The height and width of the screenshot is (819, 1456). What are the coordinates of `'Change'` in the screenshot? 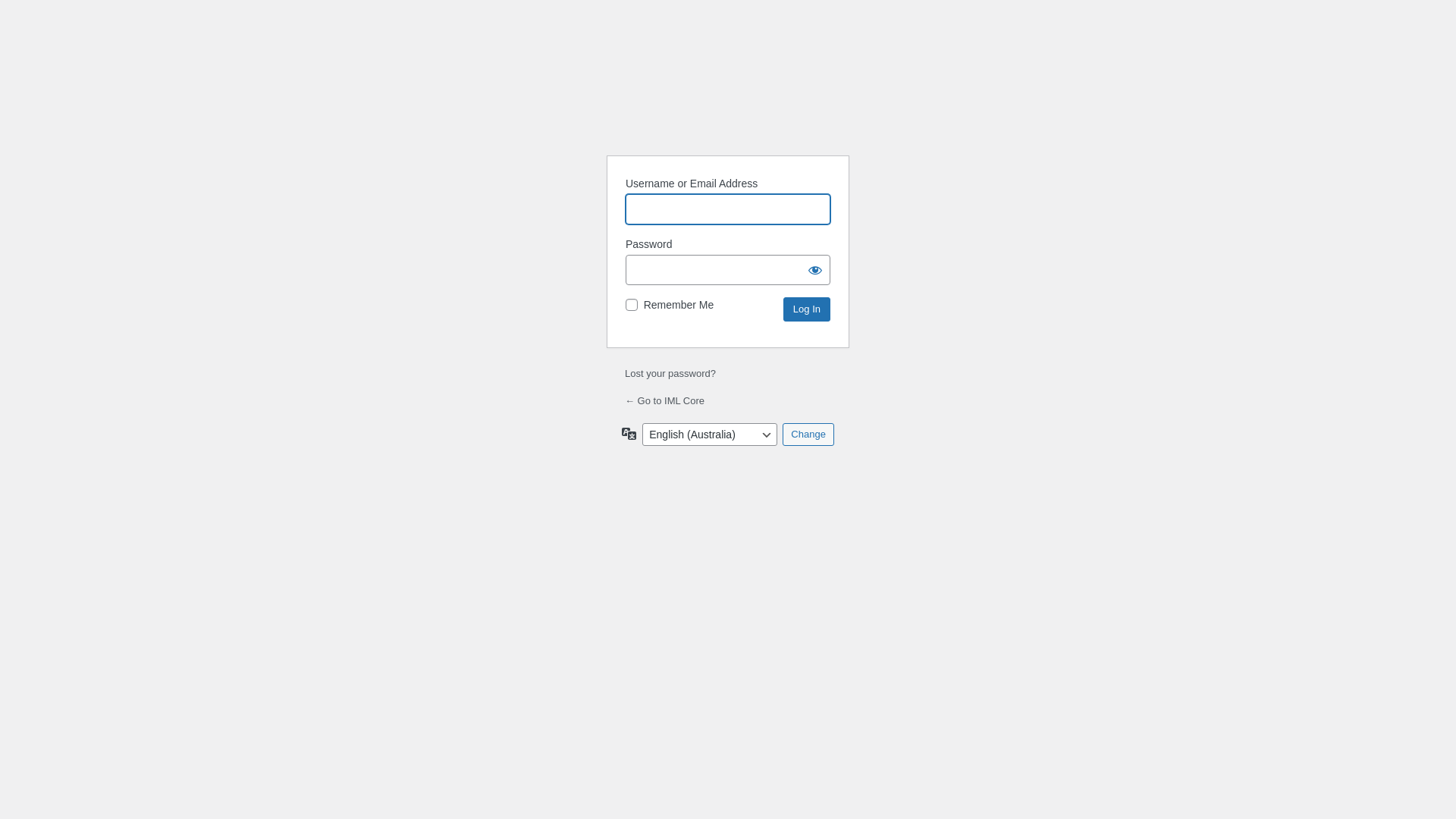 It's located at (807, 435).